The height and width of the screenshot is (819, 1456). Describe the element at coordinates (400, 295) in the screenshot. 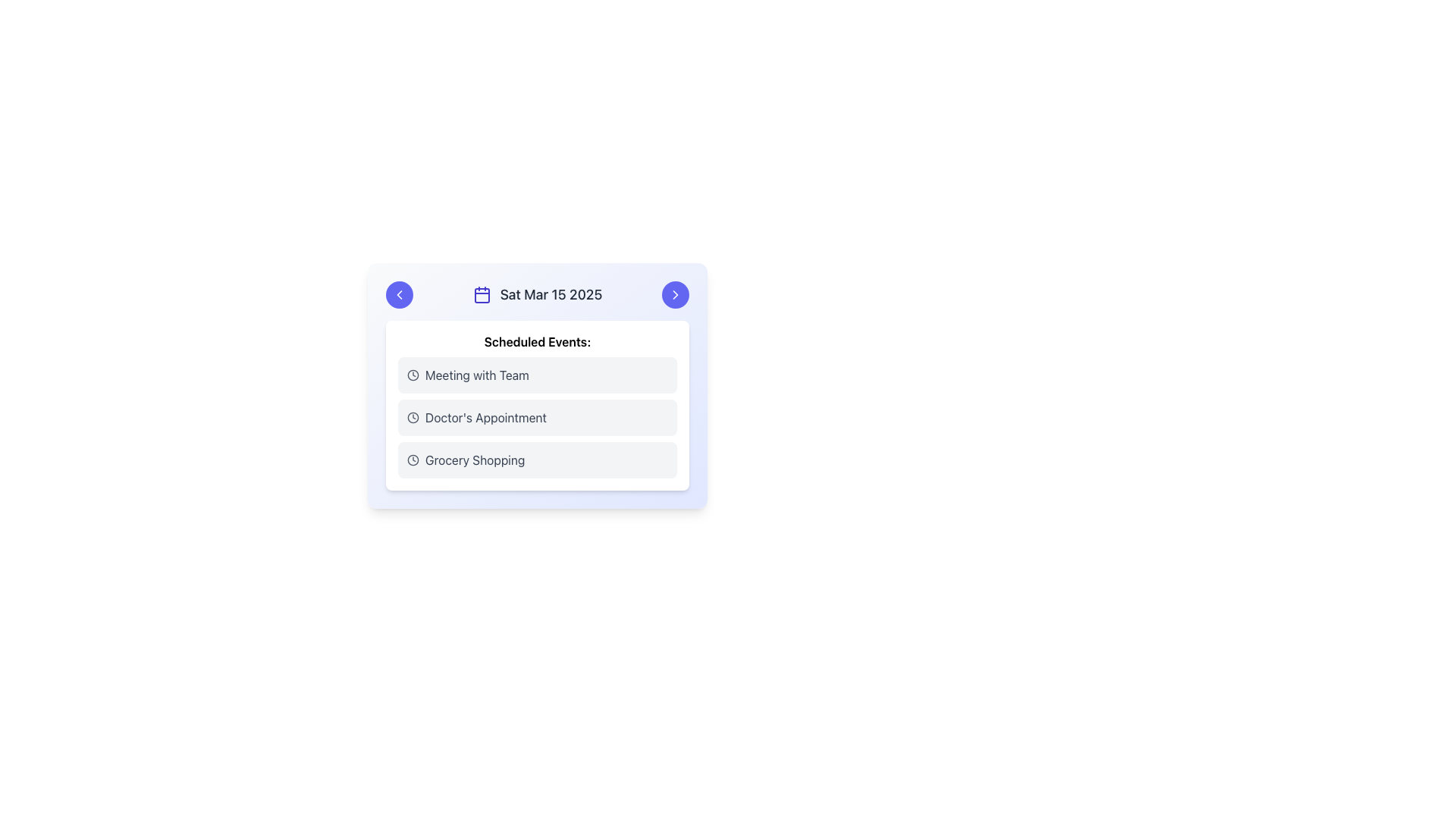

I see `the leftward chevron arrow icon in the top-left corner of the highlighted header panel, which is part of the navigation control next to the date 'Sat Mar 15 2025.'` at that location.